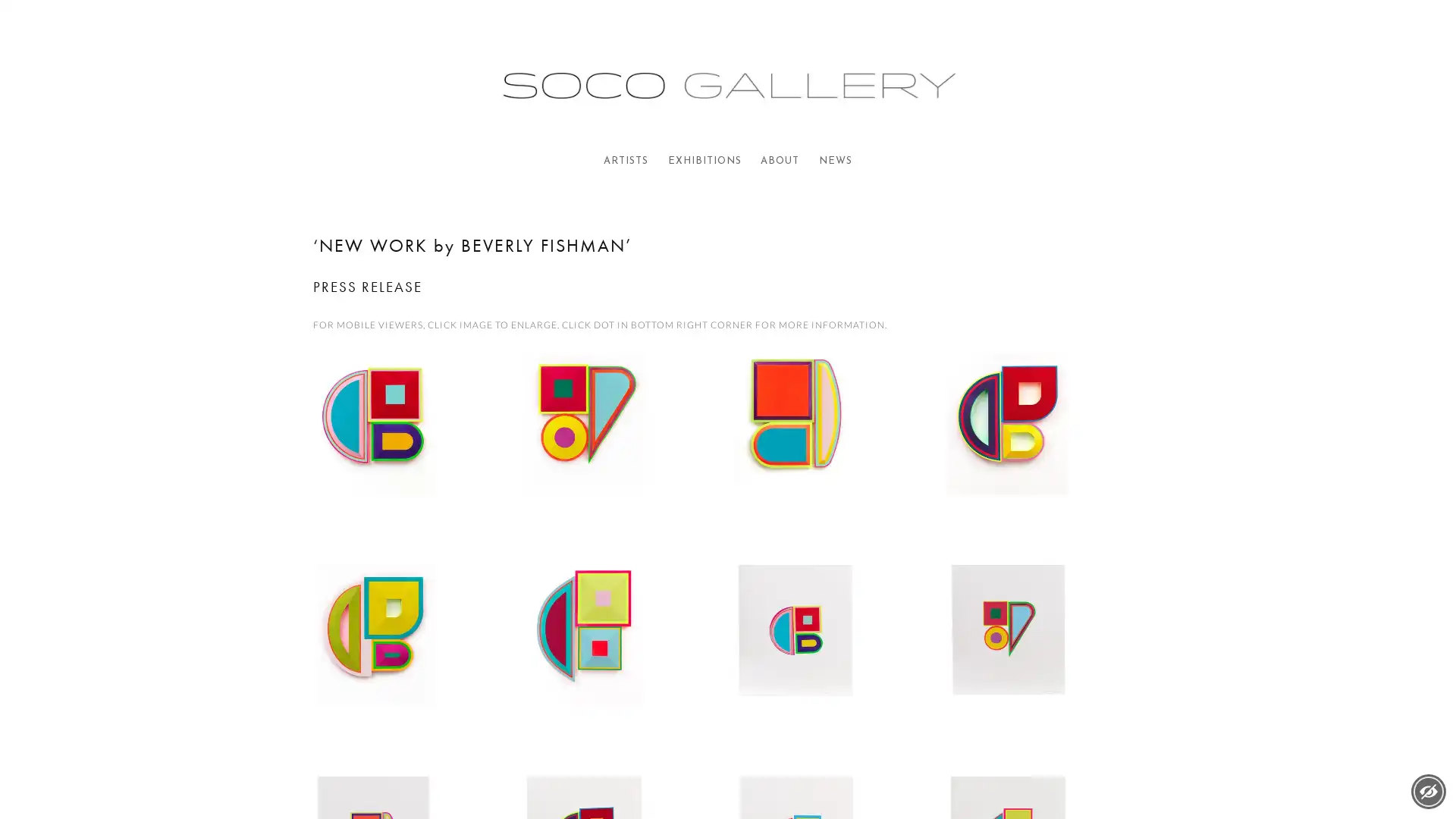 The image size is (1456, 819). Describe the element at coordinates (622, 450) in the screenshot. I see `View fullsize BEVERLY FISHMAN Untitled (Depression, Pain, Migraine), 2021 Urethane paint on wood 44 x 43 inches INQUIRE +` at that location.